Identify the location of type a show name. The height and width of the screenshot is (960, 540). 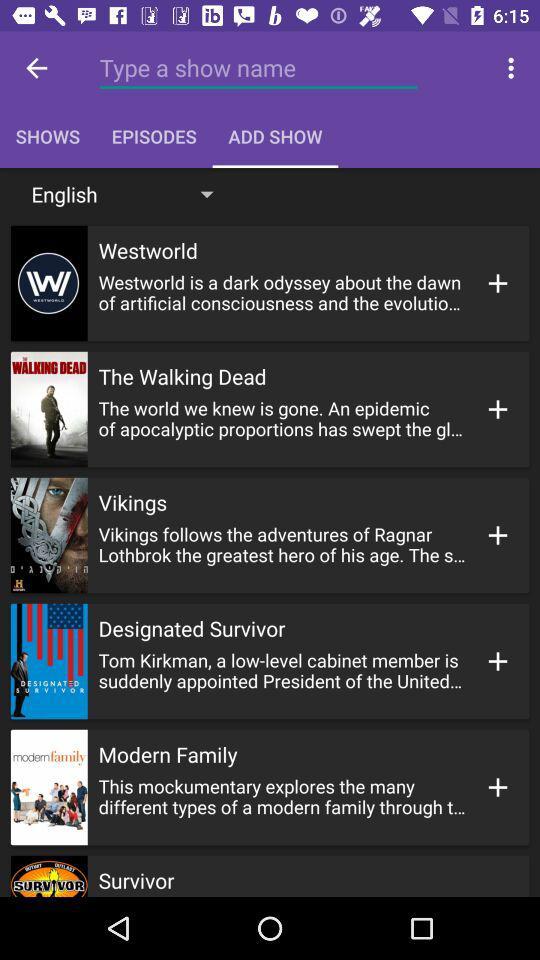
(258, 68).